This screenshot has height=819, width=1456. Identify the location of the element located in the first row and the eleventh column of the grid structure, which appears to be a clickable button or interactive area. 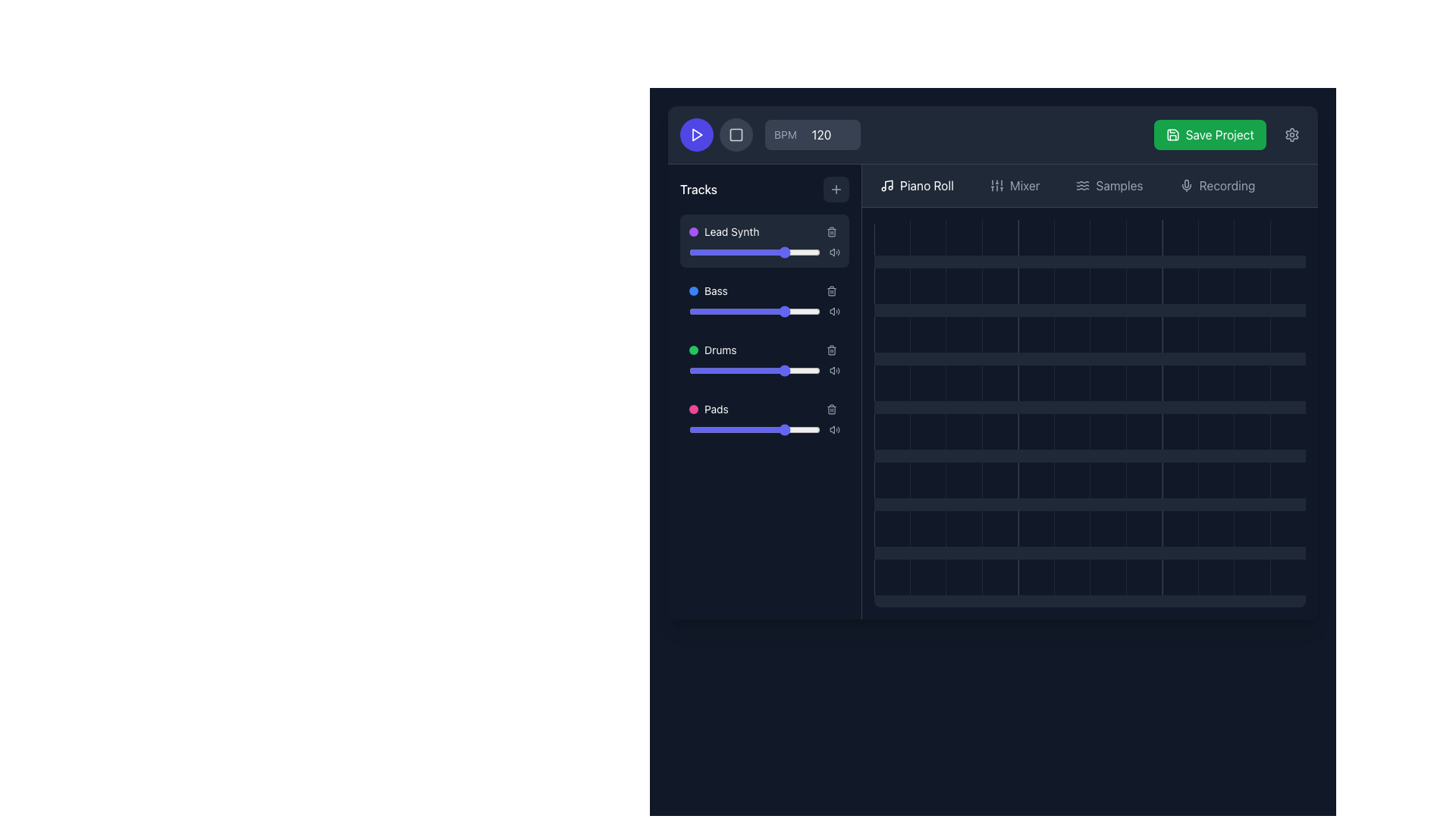
(1216, 237).